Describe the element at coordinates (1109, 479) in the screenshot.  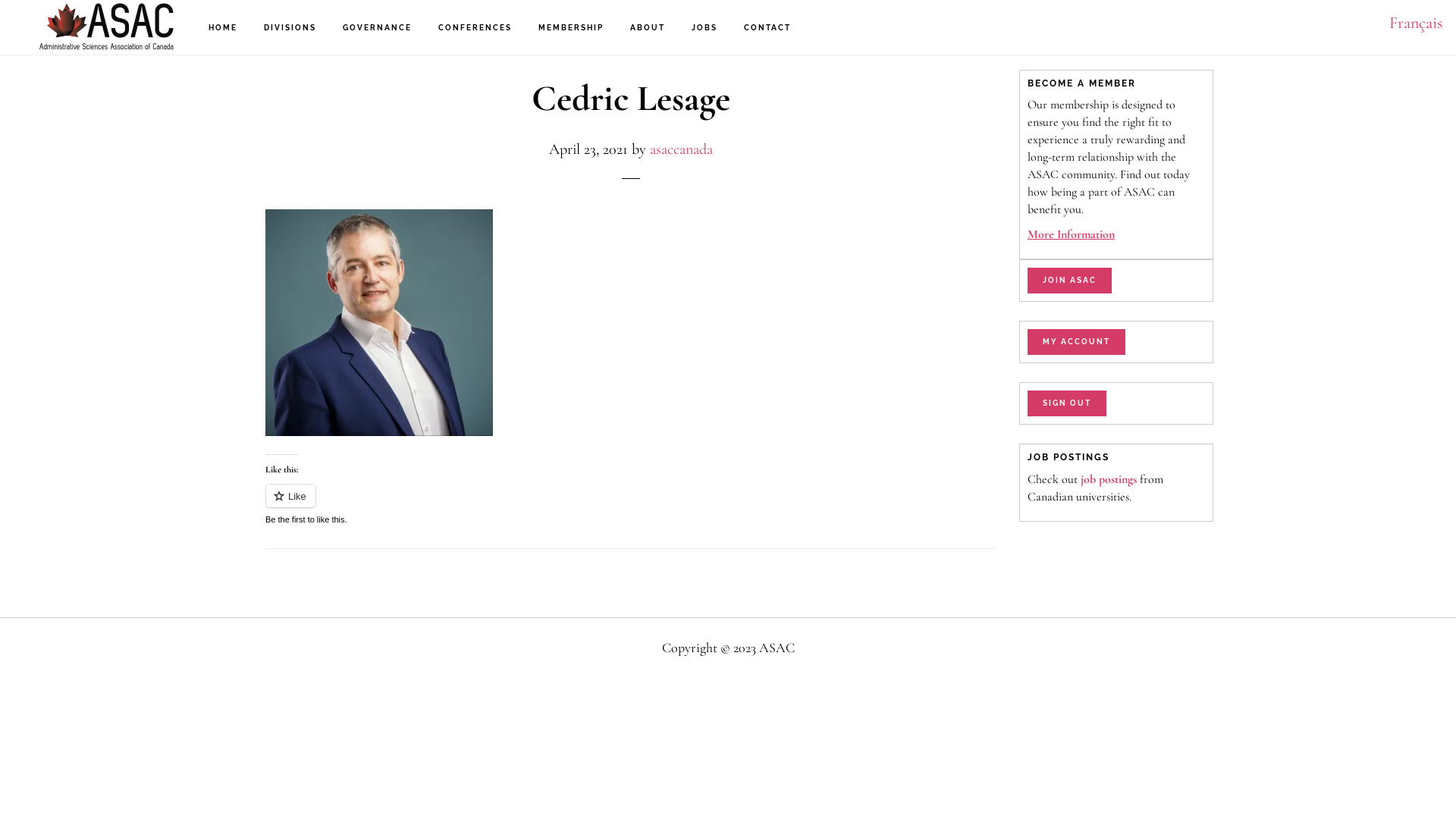
I see `'job postings'` at that location.